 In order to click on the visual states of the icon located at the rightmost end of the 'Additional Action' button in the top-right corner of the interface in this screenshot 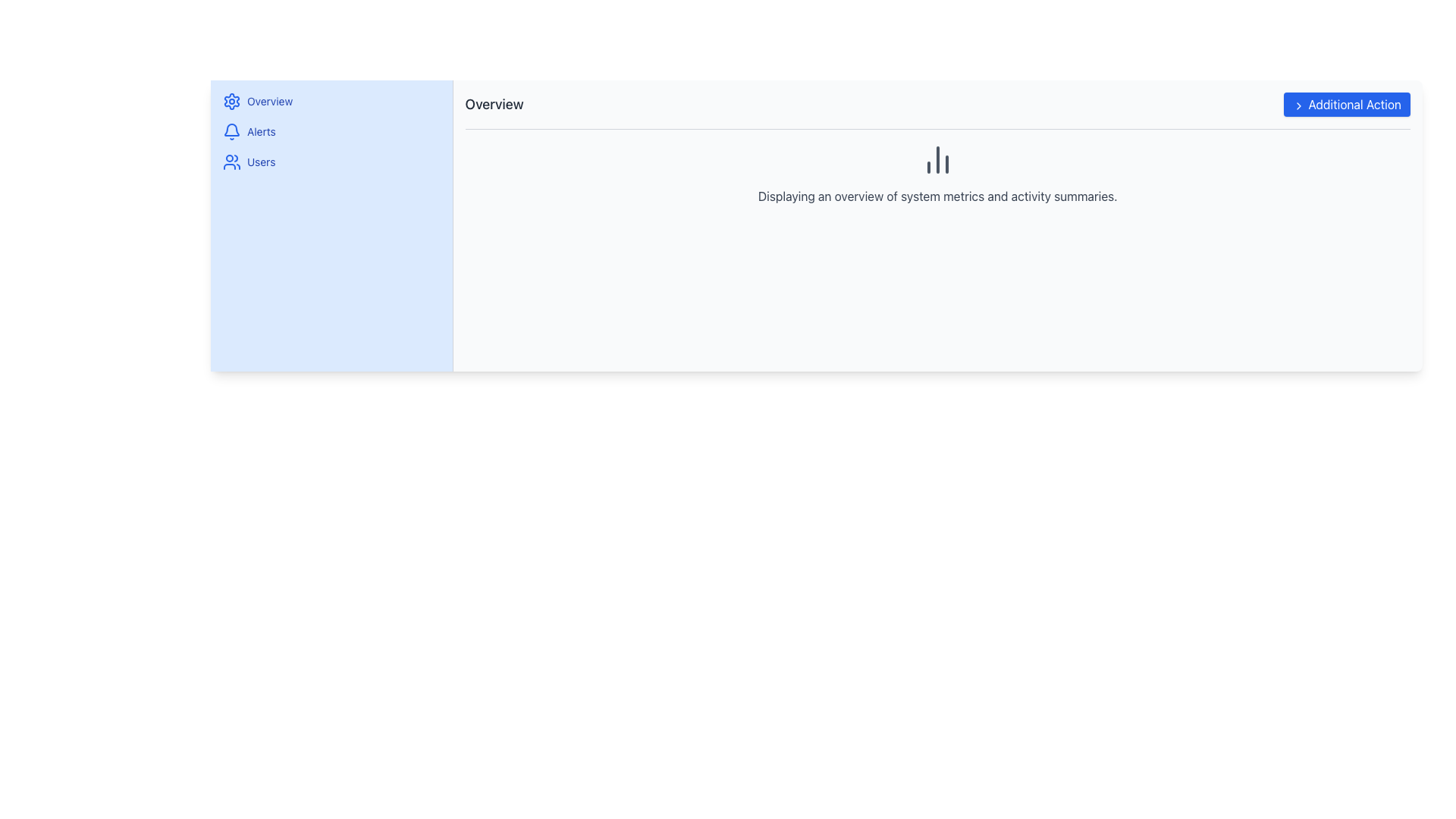, I will do `click(1298, 105)`.